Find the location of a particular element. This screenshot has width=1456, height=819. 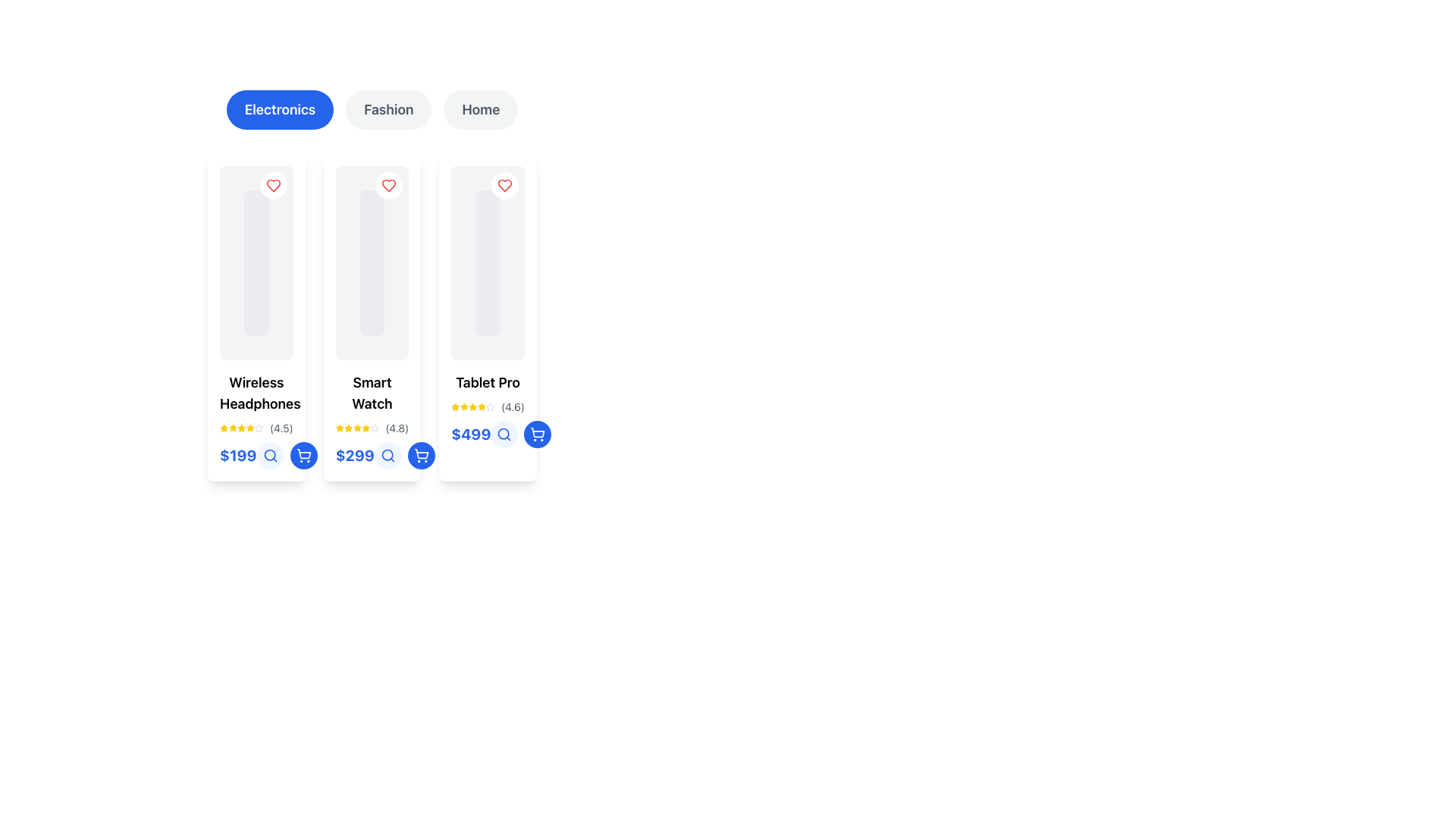

numerical rating value from the text label located in the lower section of the 'Wireless Headphones' product card, adjacent to the graphical star rating components is located at coordinates (281, 428).